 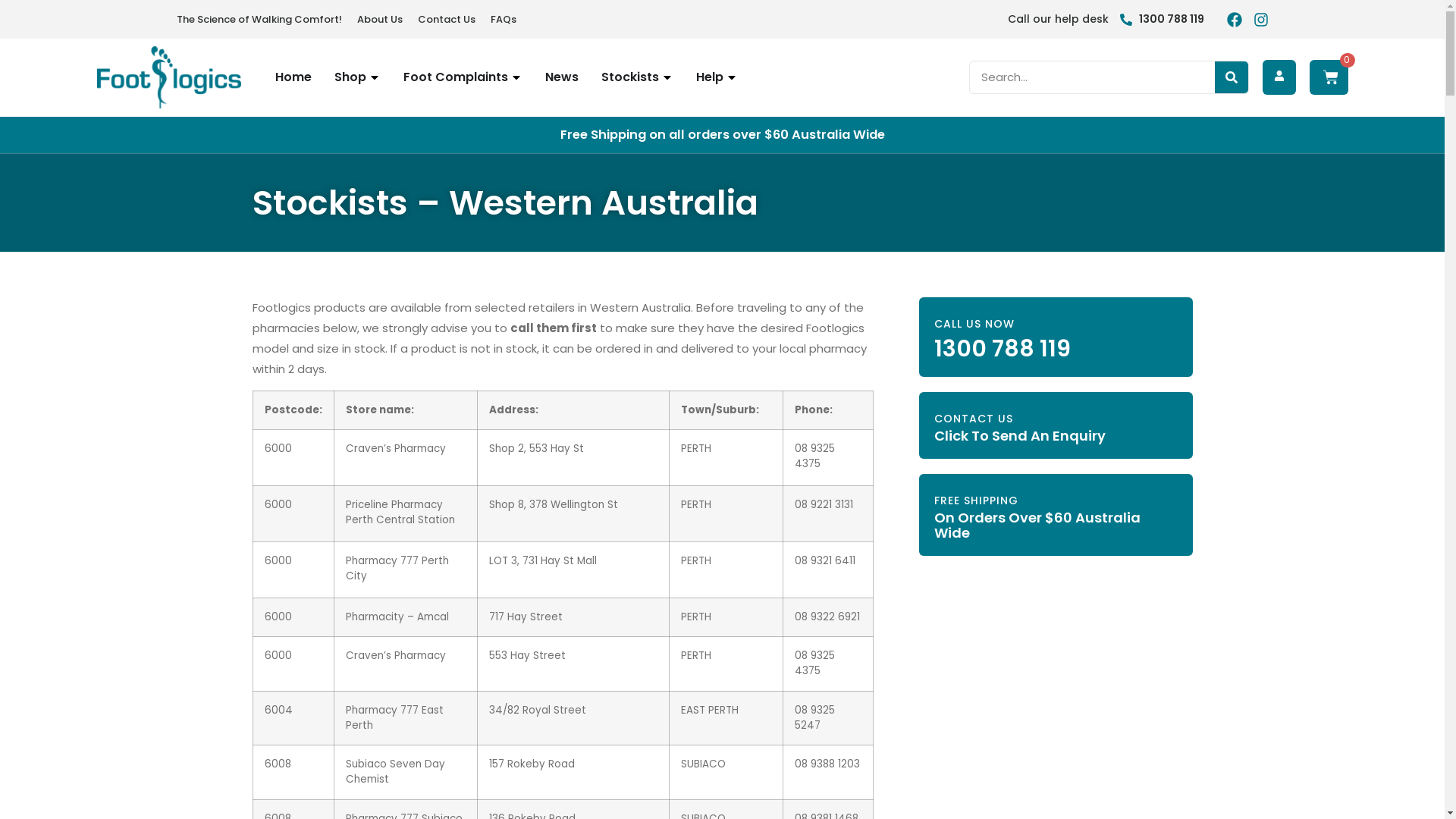 I want to click on '1300 788 119', so click(x=1002, y=348).